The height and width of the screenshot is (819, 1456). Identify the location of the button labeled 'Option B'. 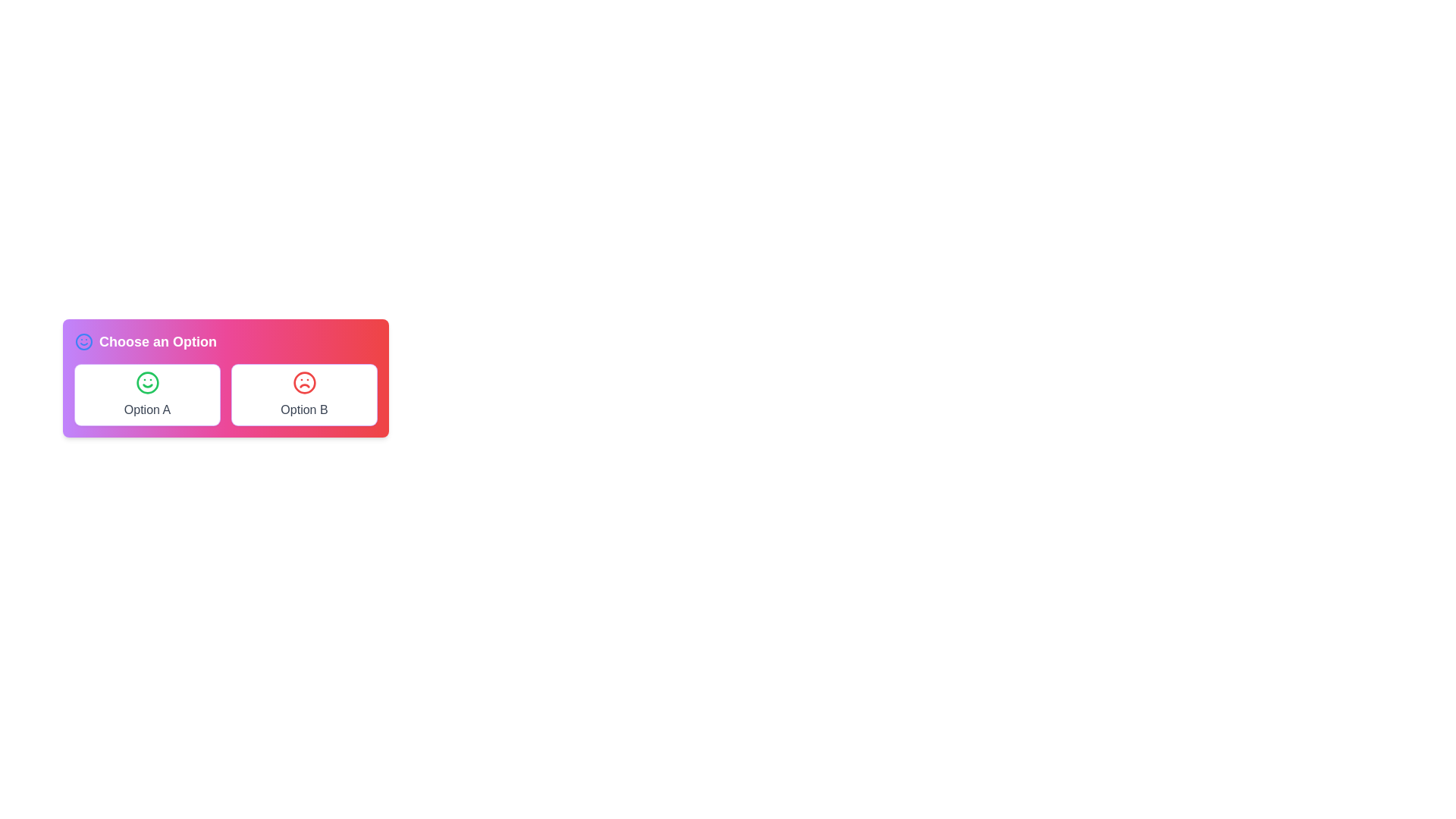
(303, 394).